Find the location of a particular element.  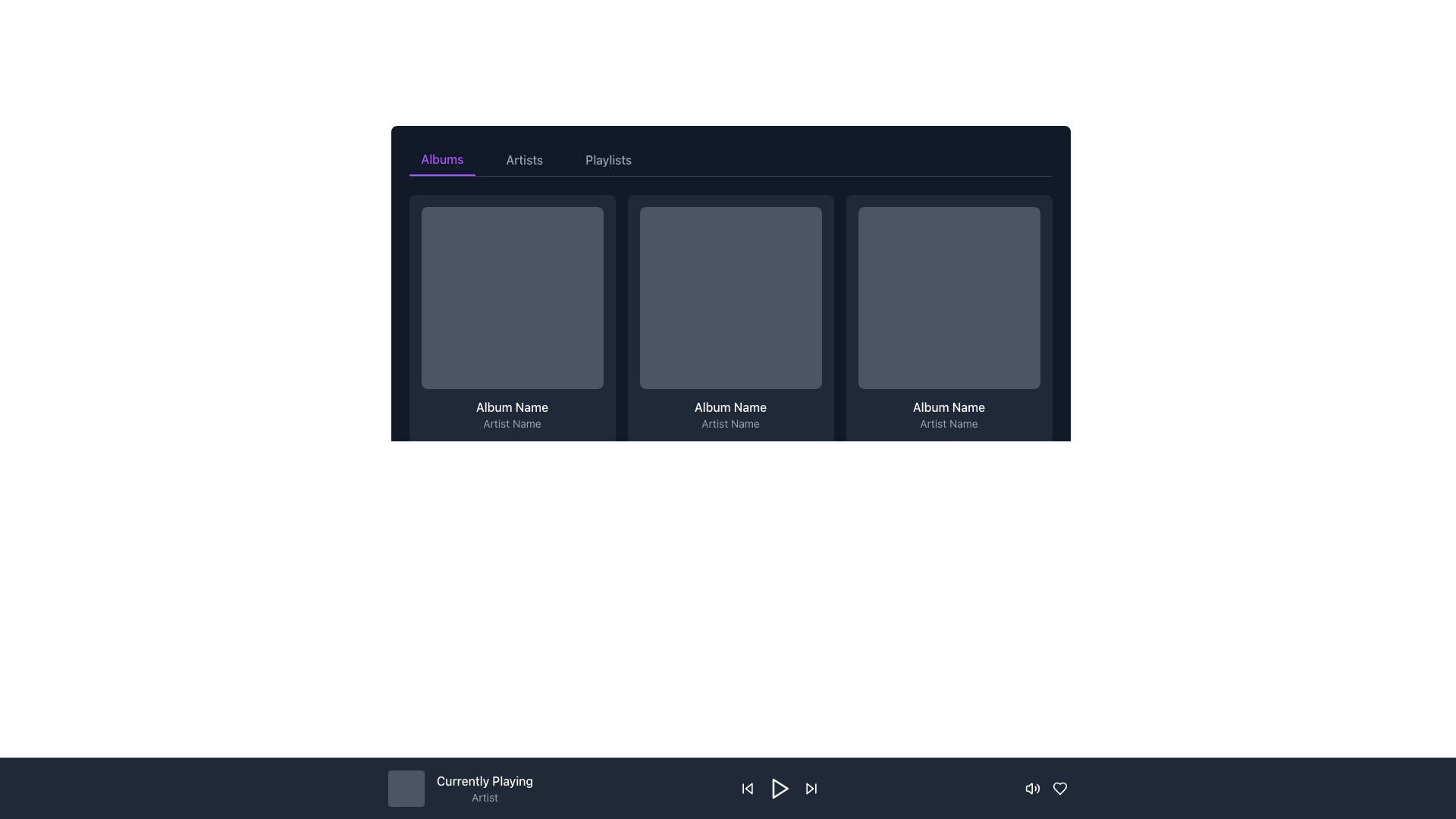

the skip-forward button, which is a forward-facing triangular arrow icon located at the far right of the music control bar is located at coordinates (810, 788).